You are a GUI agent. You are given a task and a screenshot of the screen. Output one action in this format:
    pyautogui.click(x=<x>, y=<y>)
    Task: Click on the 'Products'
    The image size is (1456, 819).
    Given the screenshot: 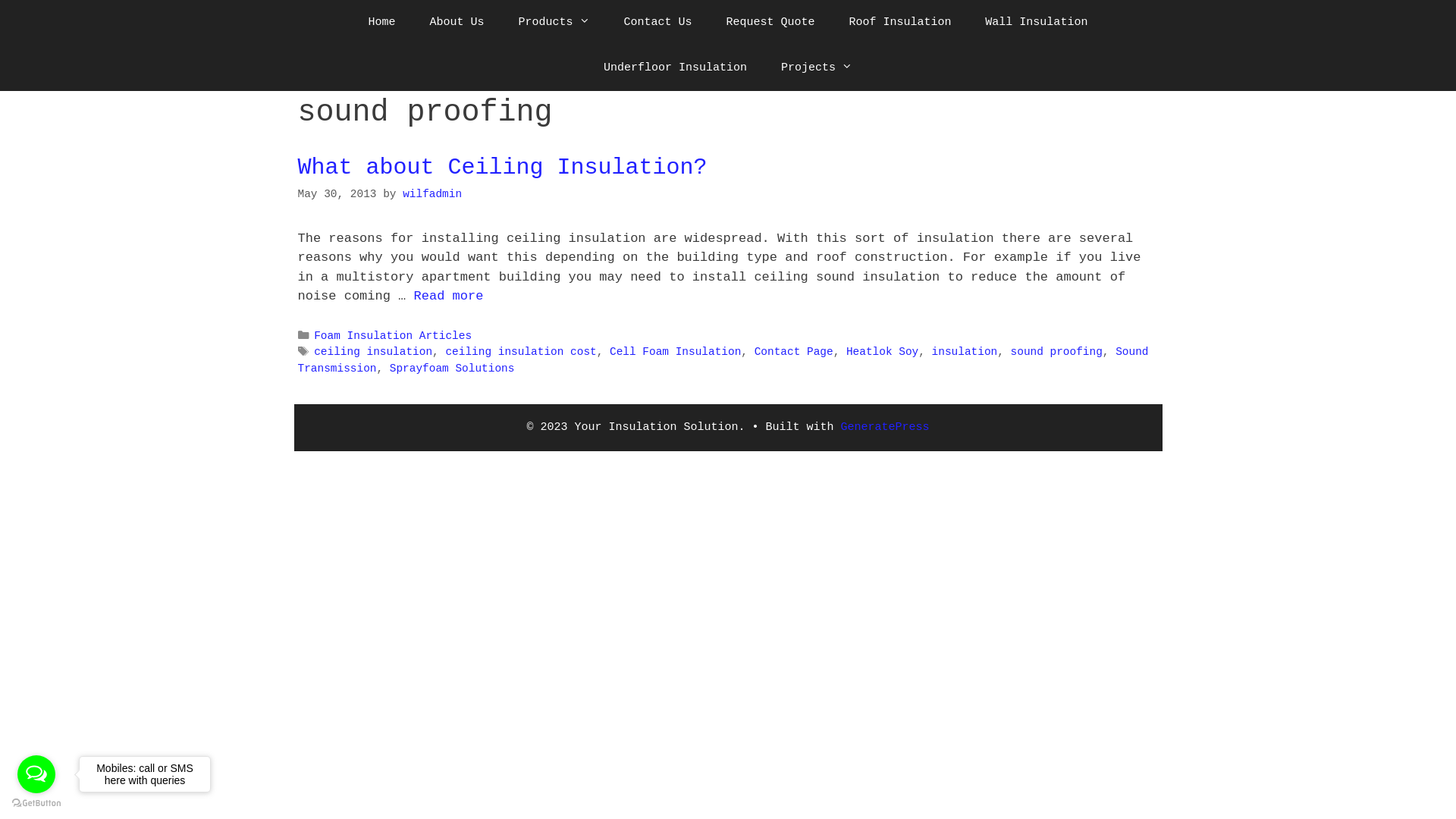 What is the action you would take?
    pyautogui.click(x=553, y=23)
    